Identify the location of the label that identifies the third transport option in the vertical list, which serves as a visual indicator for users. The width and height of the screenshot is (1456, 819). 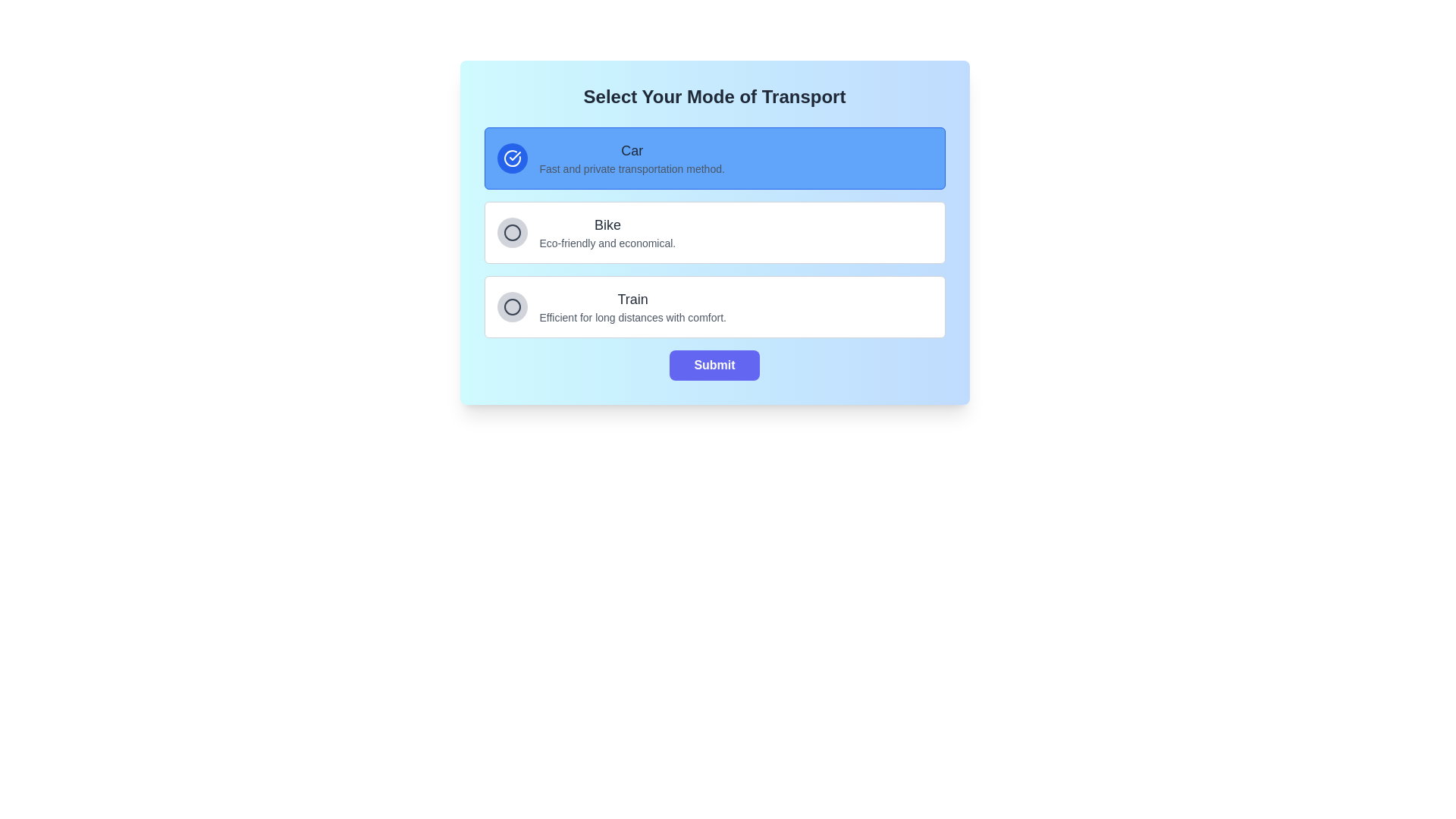
(632, 299).